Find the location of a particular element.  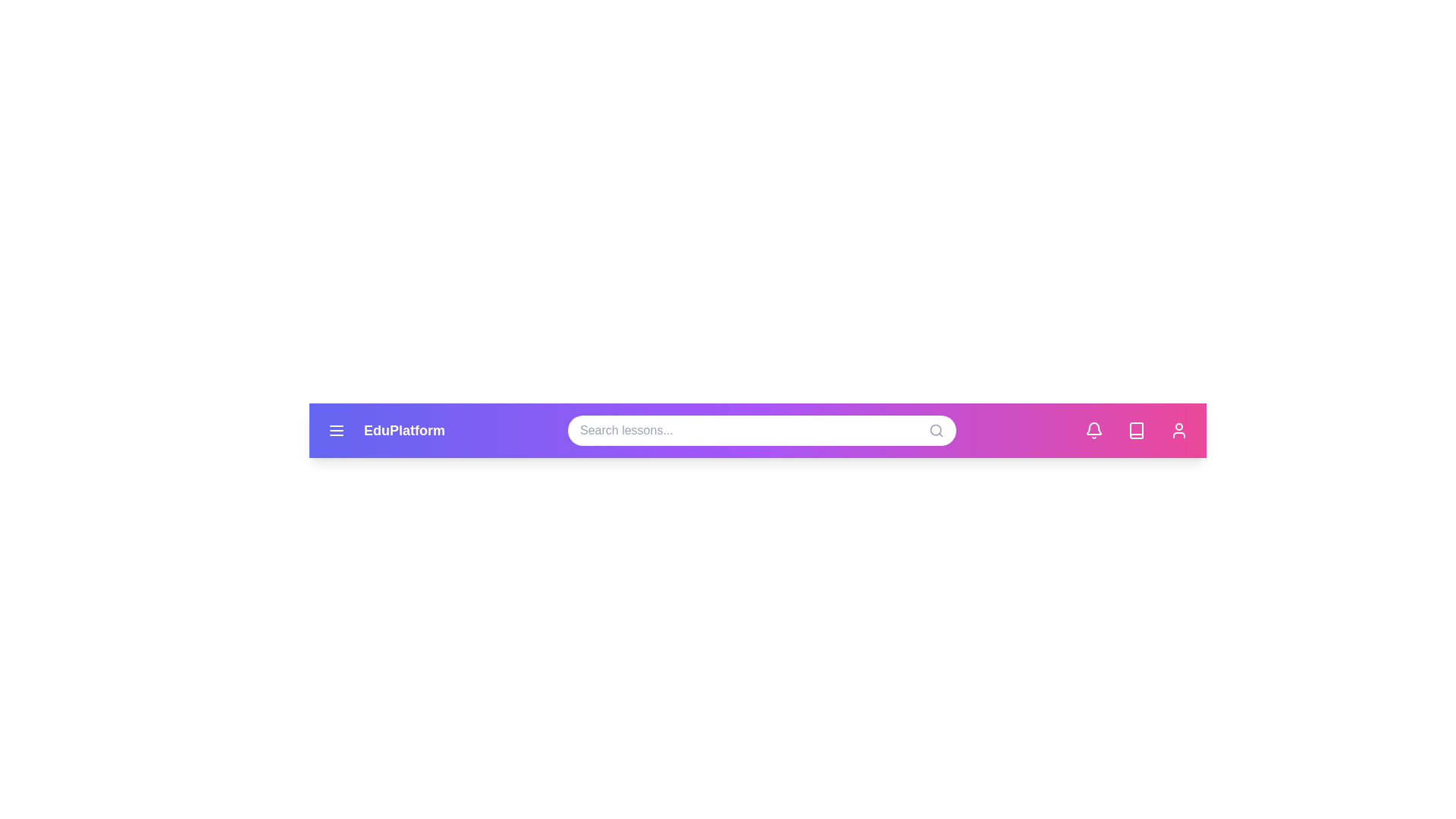

the search icon to submit the search query is located at coordinates (935, 430).